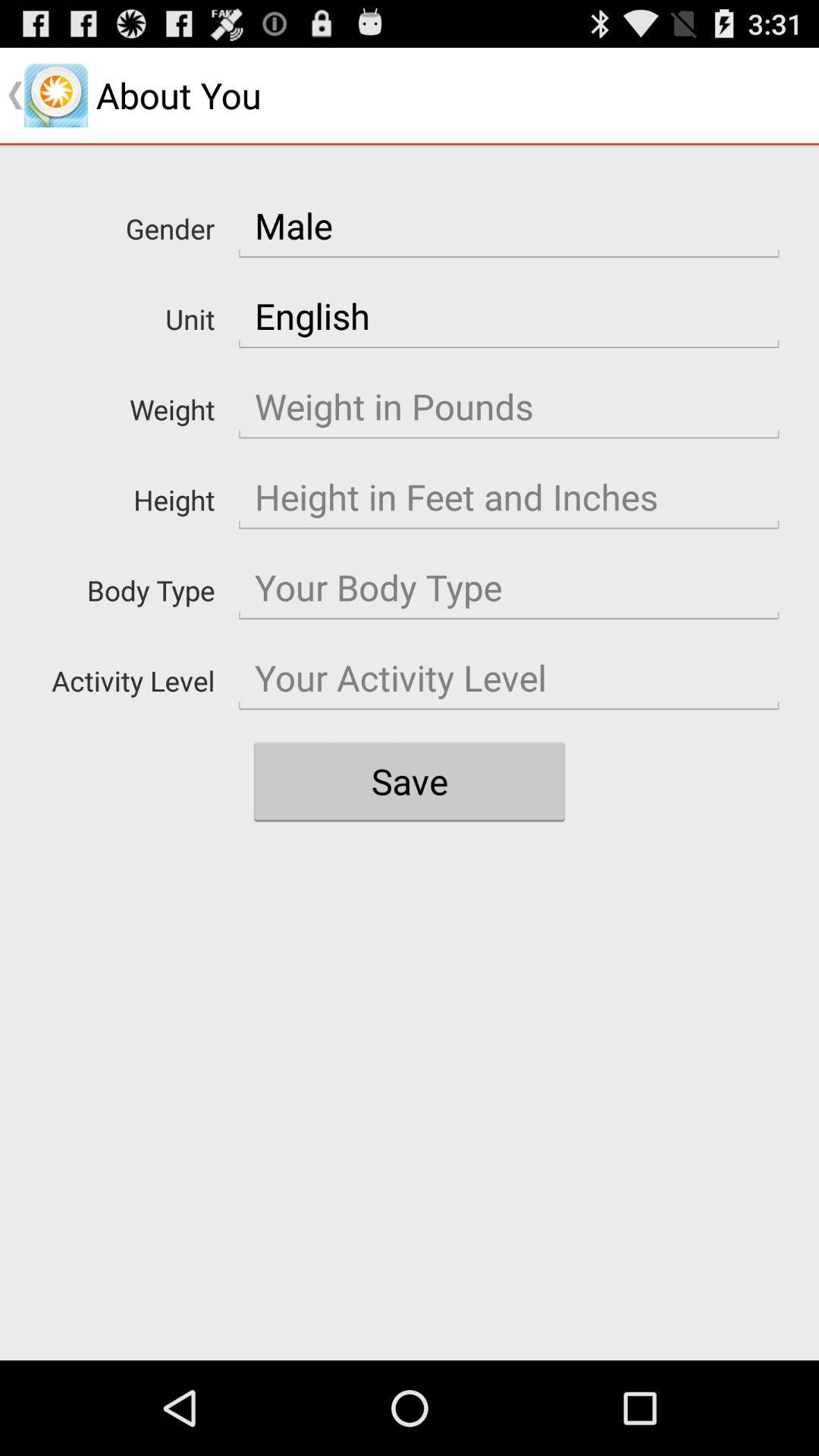  What do you see at coordinates (509, 587) in the screenshot?
I see `body type can be entered` at bounding box center [509, 587].